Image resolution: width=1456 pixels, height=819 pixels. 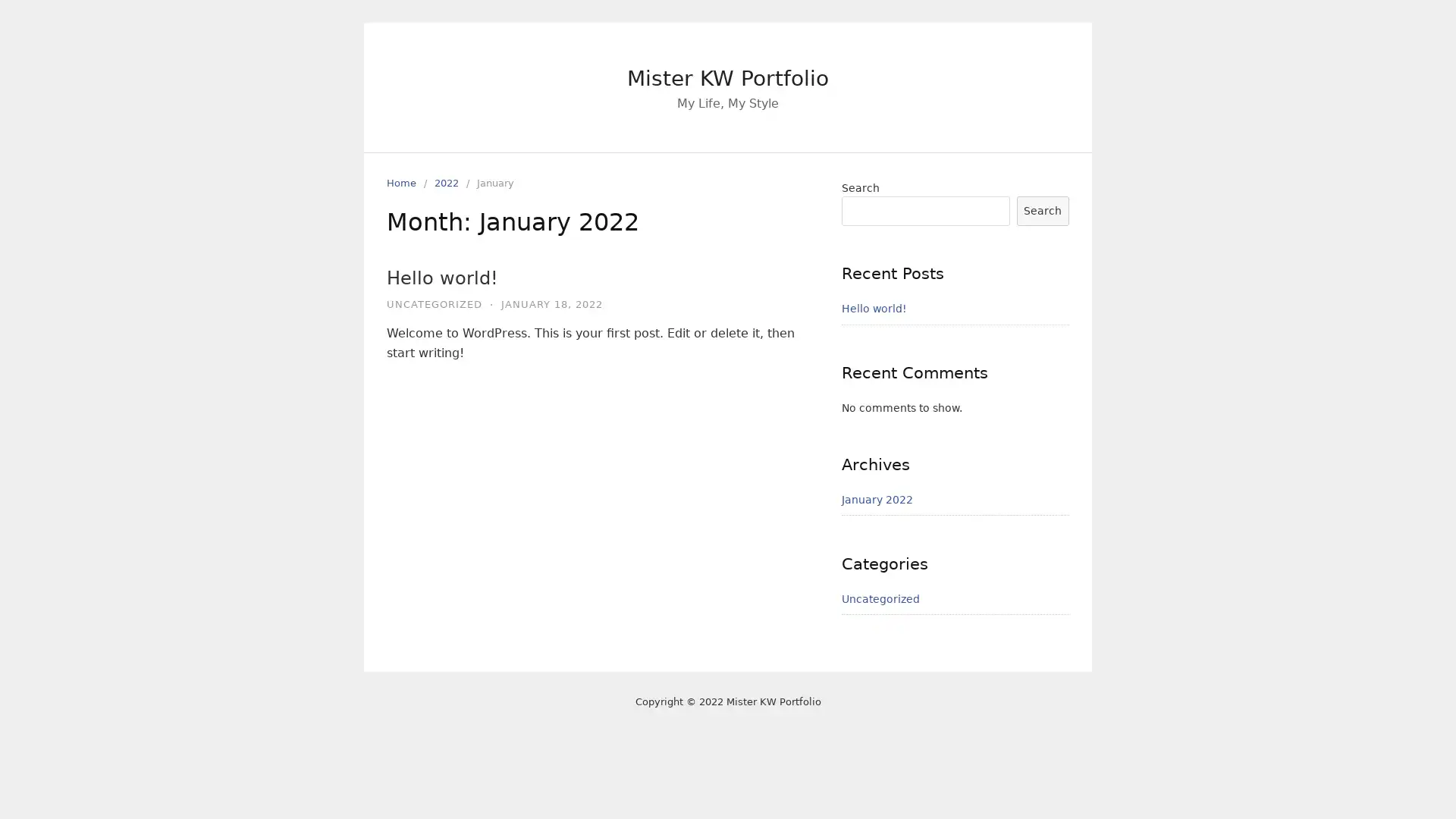 What do you see at coordinates (1041, 210) in the screenshot?
I see `Search` at bounding box center [1041, 210].